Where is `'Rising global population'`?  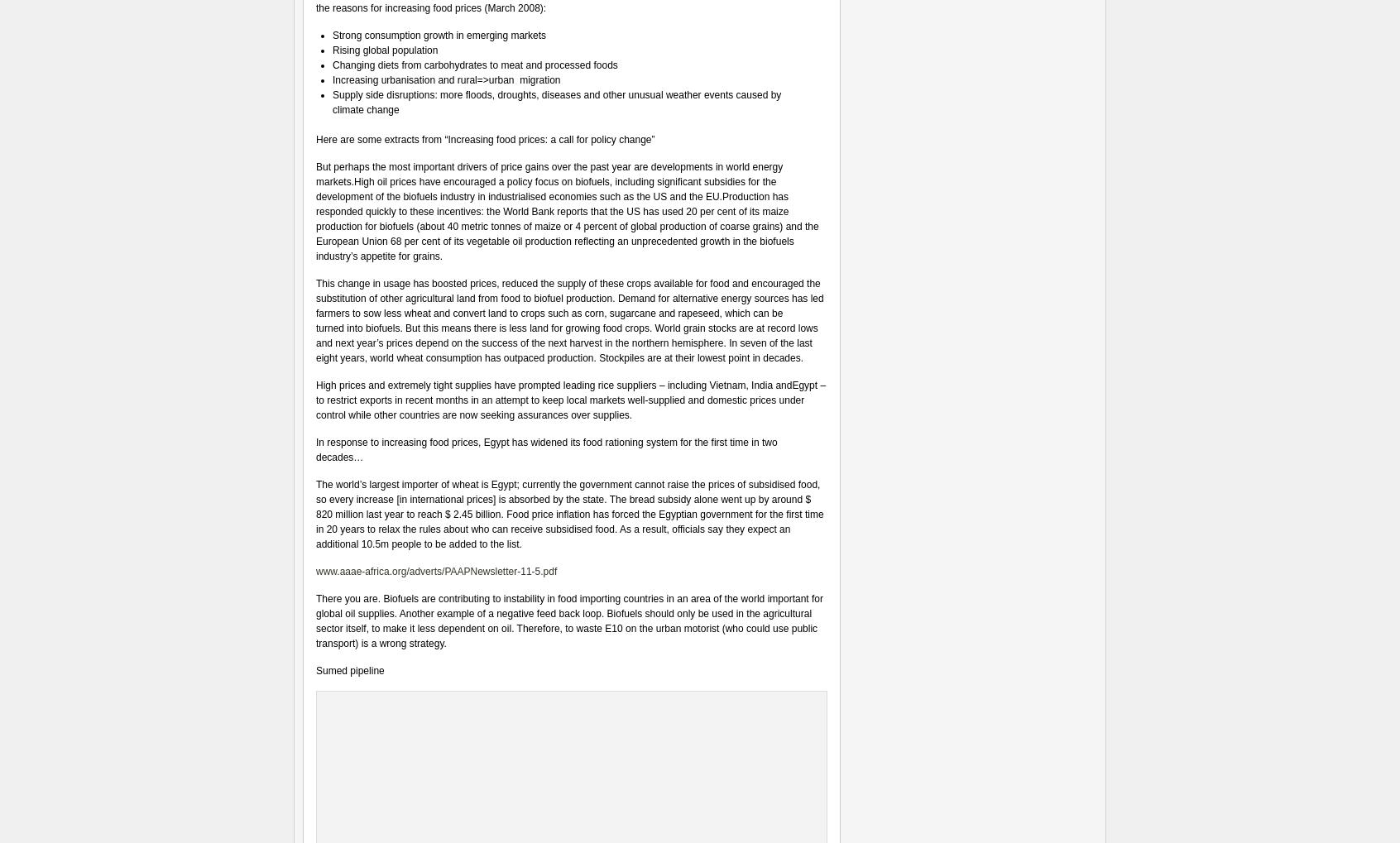 'Rising global population' is located at coordinates (384, 50).